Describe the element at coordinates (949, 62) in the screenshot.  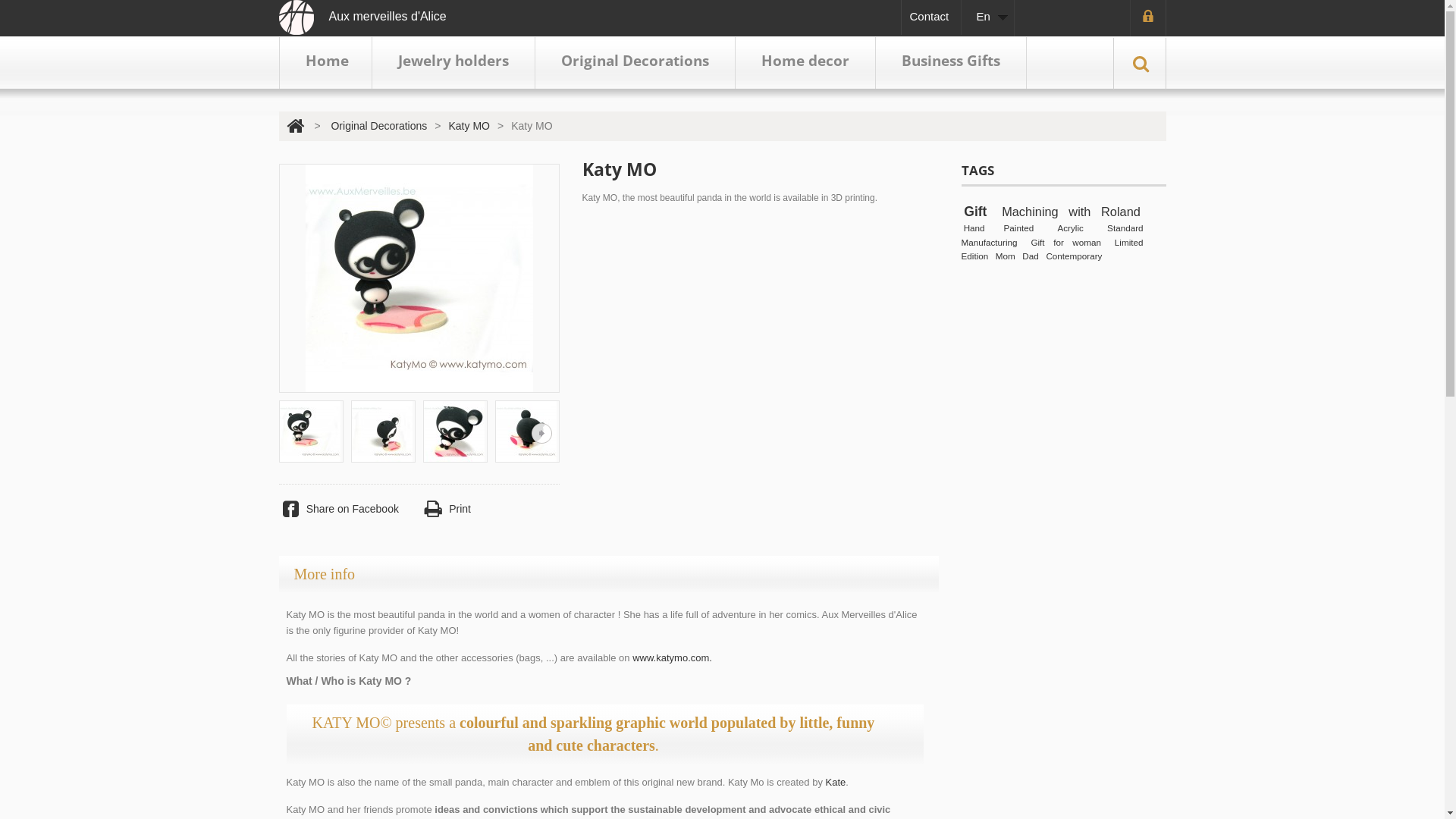
I see `'Business Gifts'` at that location.